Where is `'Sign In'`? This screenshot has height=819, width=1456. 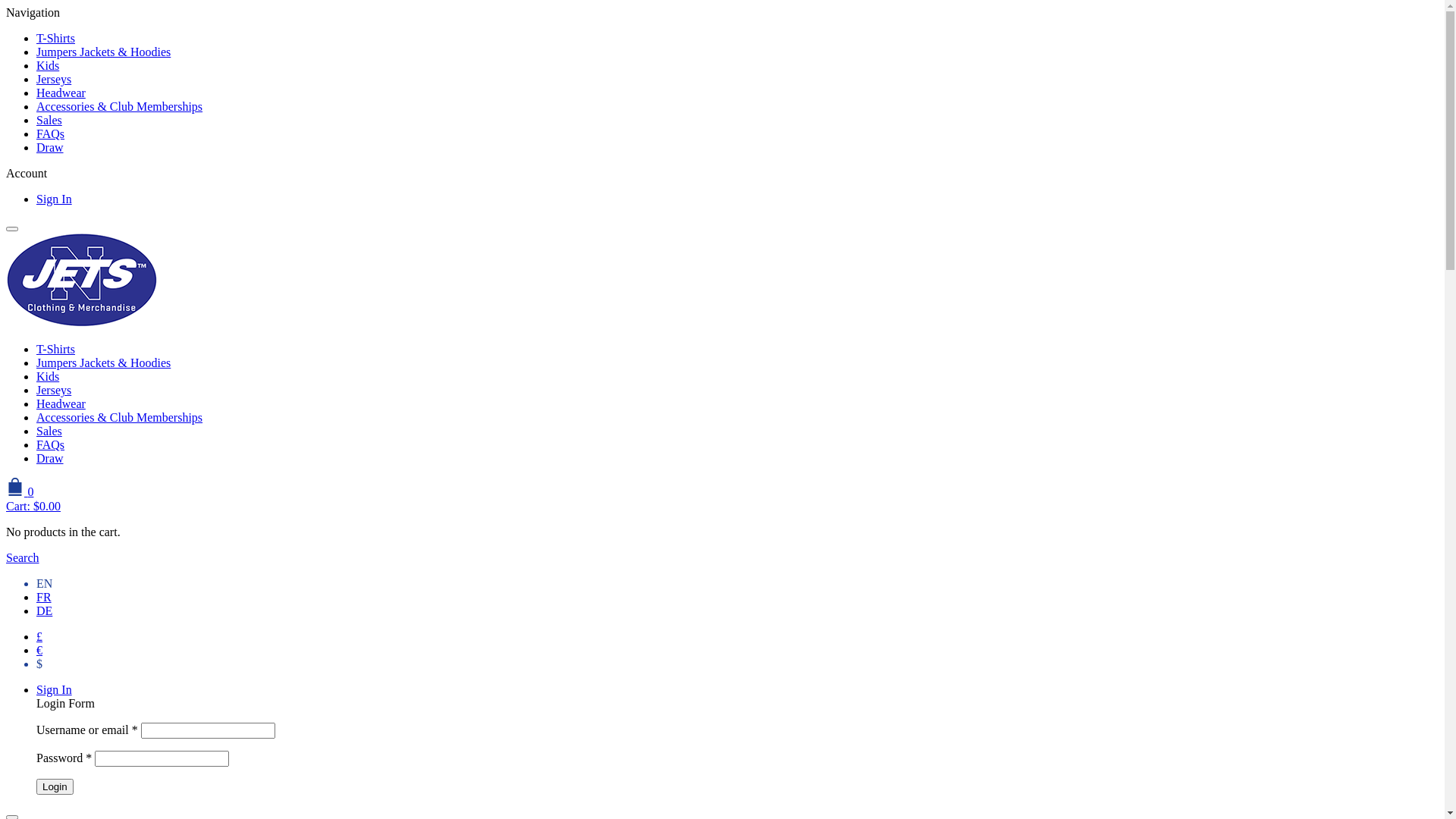
'Sign In' is located at coordinates (54, 198).